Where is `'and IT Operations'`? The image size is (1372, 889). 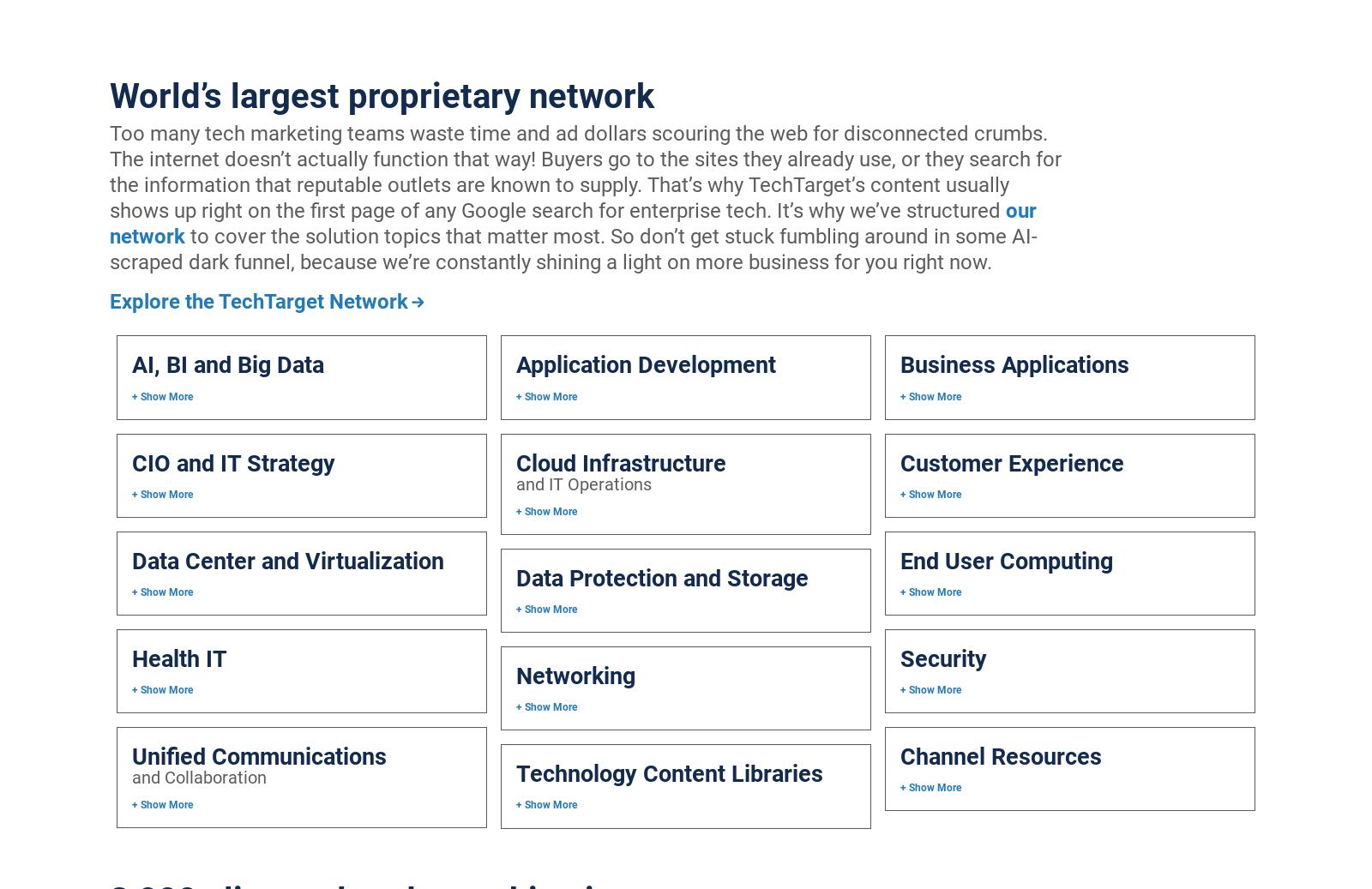
'and IT Operations' is located at coordinates (583, 484).